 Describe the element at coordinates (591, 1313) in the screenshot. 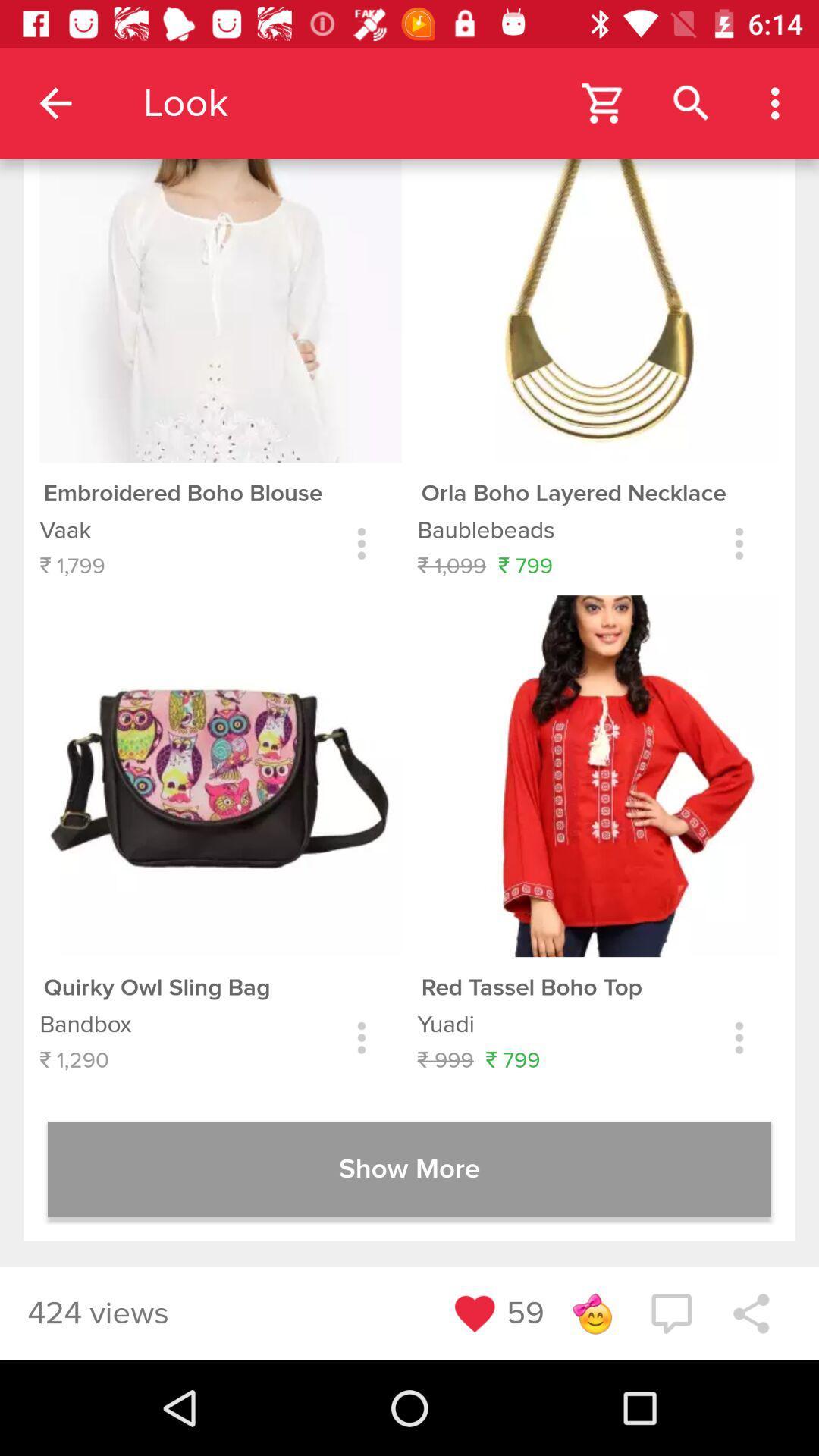

I see `the emoji icon` at that location.